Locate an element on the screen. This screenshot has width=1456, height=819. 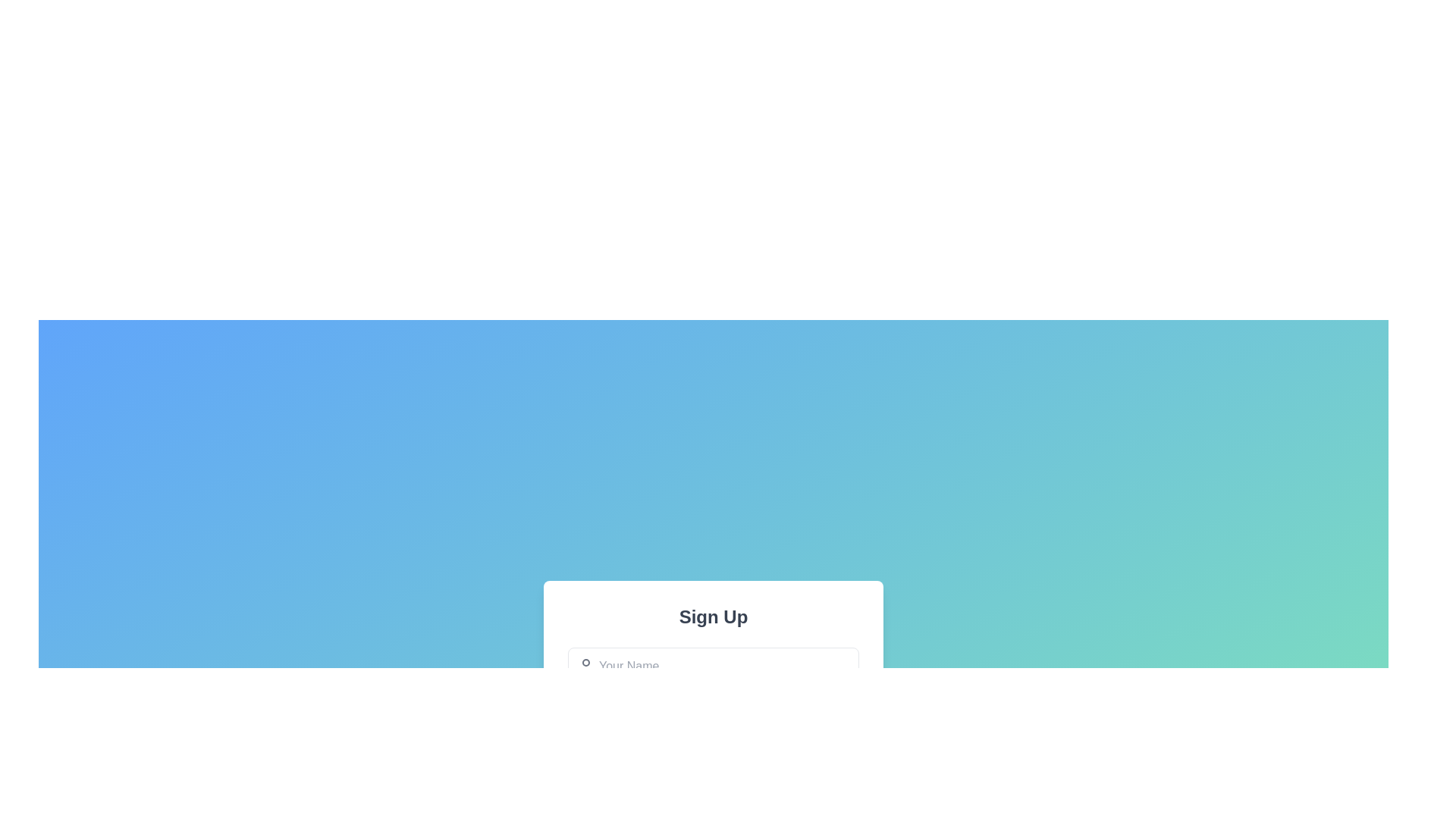
the small, circular user profile silhouette icon, which is light gray and located to the left of the 'Your Name' text input field is located at coordinates (585, 666).